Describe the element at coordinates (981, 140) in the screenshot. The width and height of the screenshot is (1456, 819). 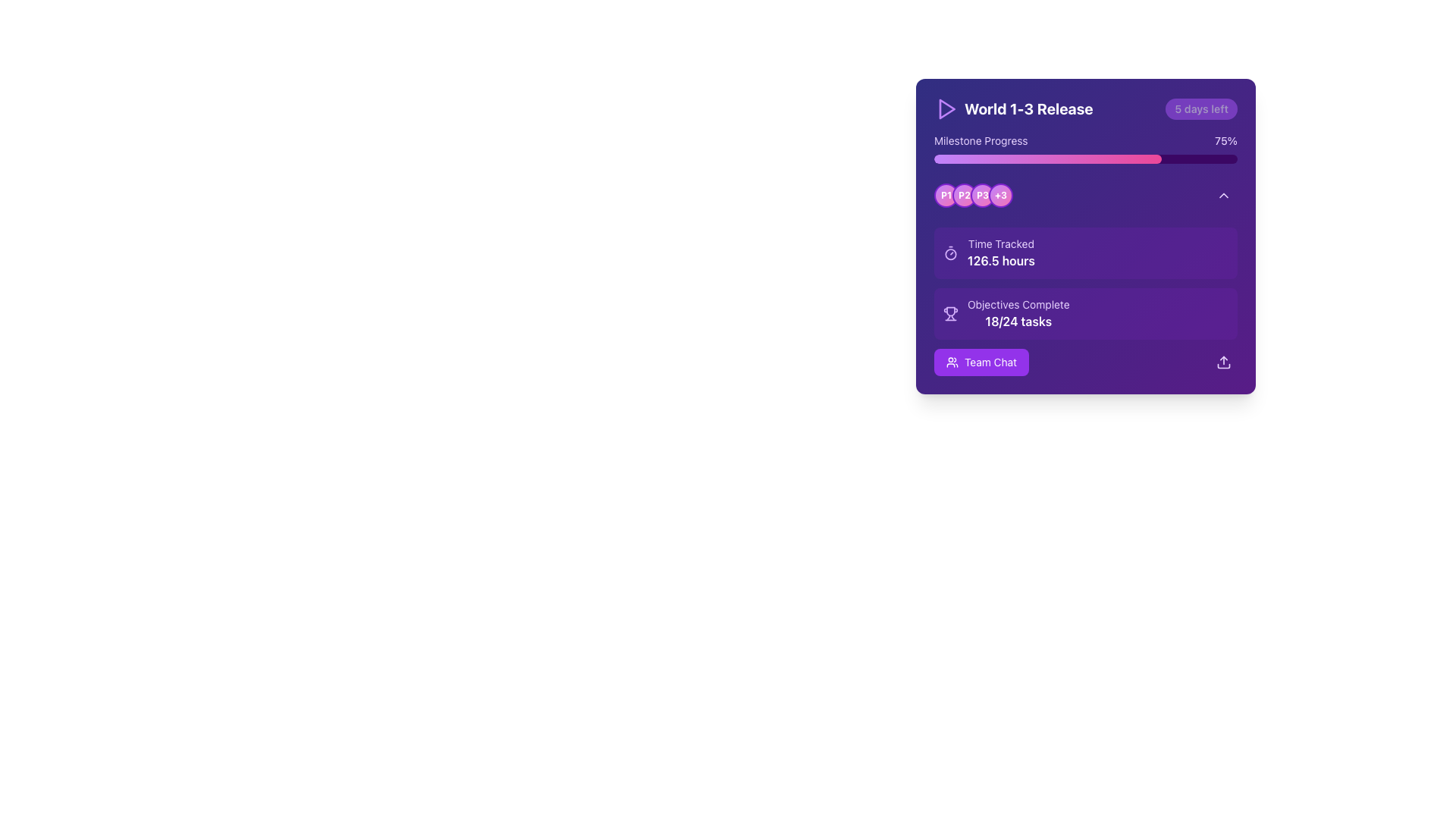
I see `the static text label that identifies the progress bar beneath it, located below the title 'World 1-3 Release' and above the progress bar` at that location.